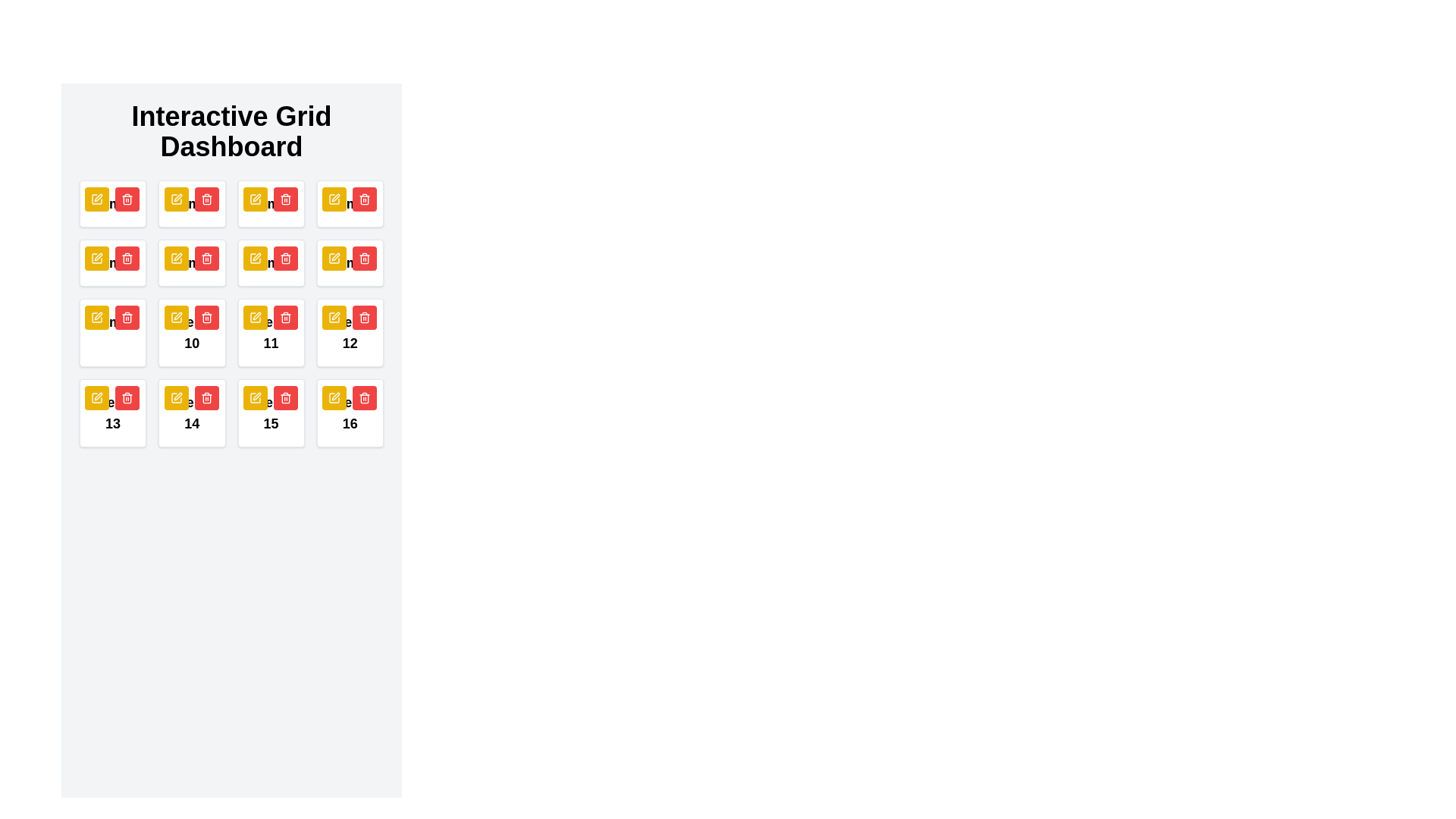 The height and width of the screenshot is (819, 1456). I want to click on the square-shaped yellow button with rounded corners and a white outlined pen icon in the center, located in the fifteenth card of the grid dashboard, so click(255, 397).